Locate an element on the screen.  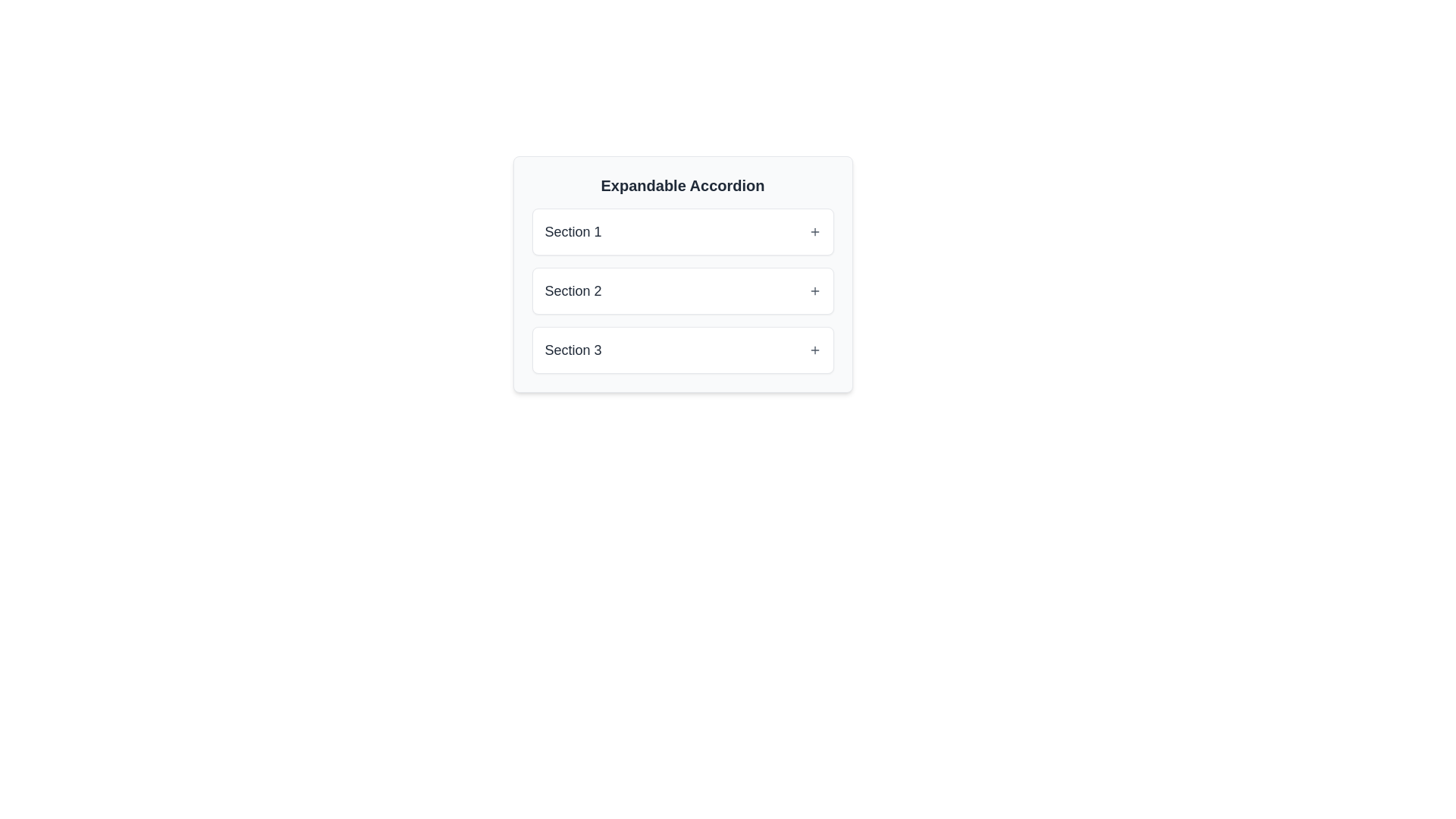
the toggle button located at the far-right of the first row labeled 'Section 1' is located at coordinates (814, 231).